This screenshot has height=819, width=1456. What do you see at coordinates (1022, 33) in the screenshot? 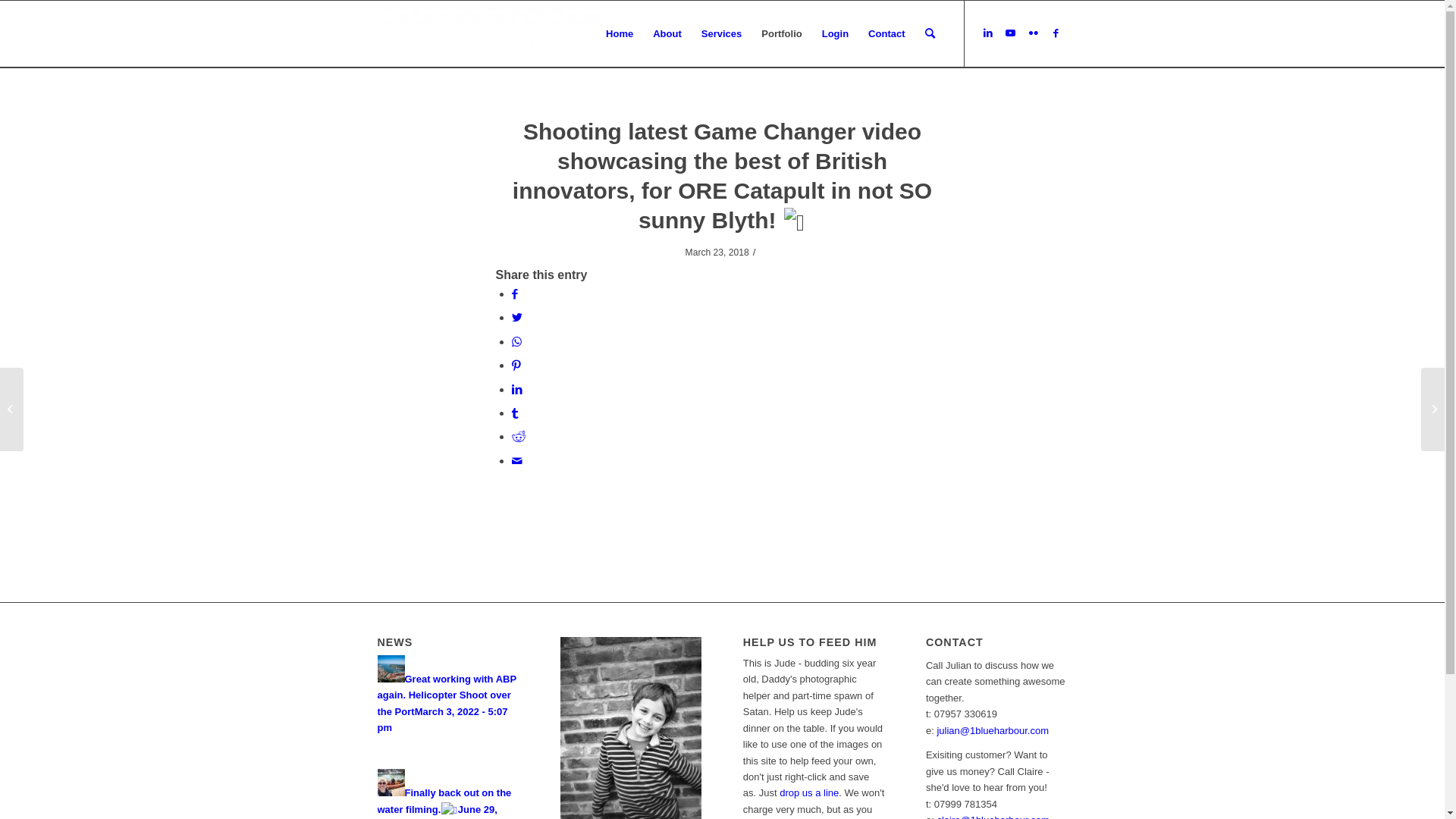
I see `'Flickr'` at bounding box center [1022, 33].